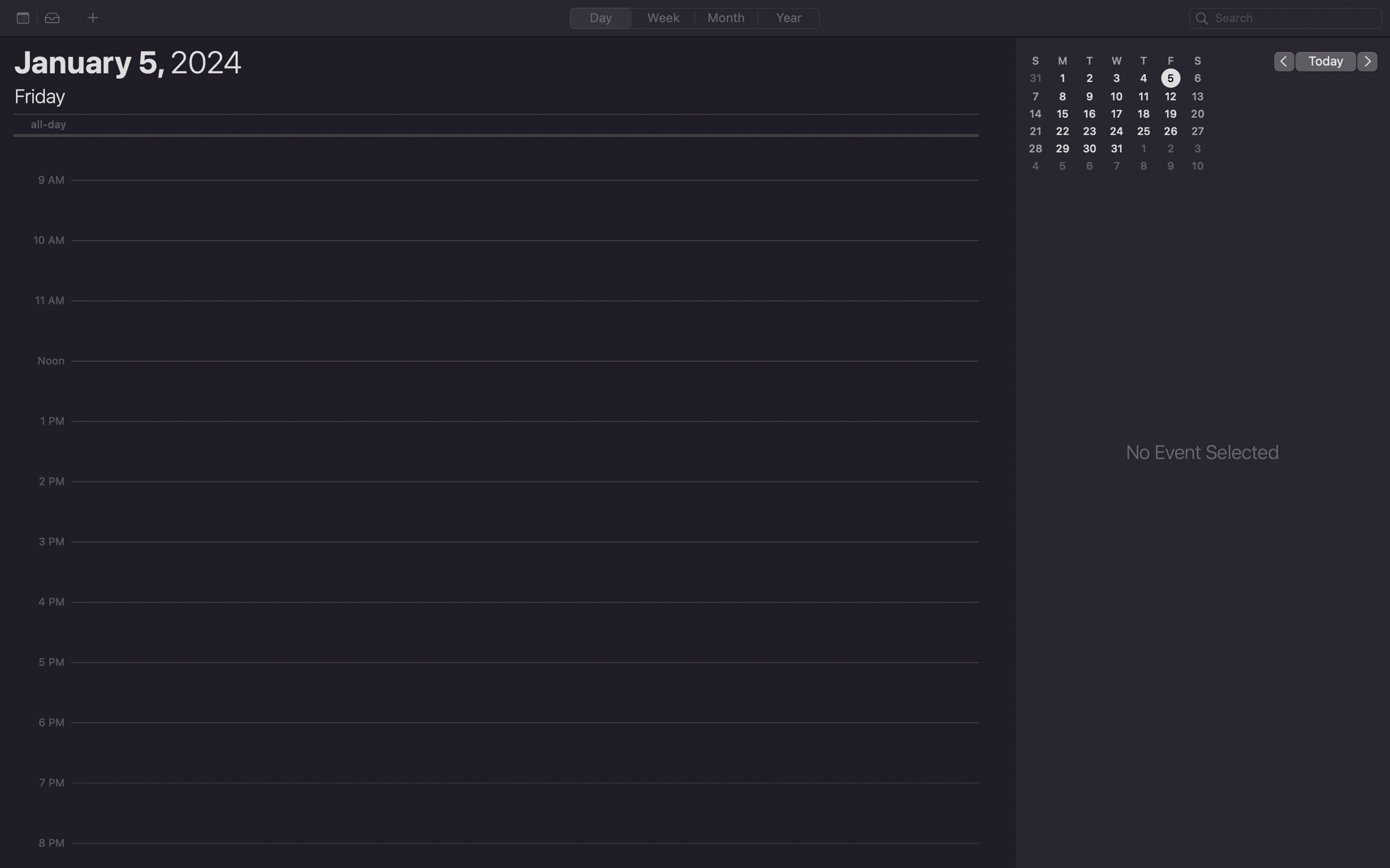 This screenshot has height=868, width=1390. What do you see at coordinates (1142, 79) in the screenshot?
I see `the date 4` at bounding box center [1142, 79].